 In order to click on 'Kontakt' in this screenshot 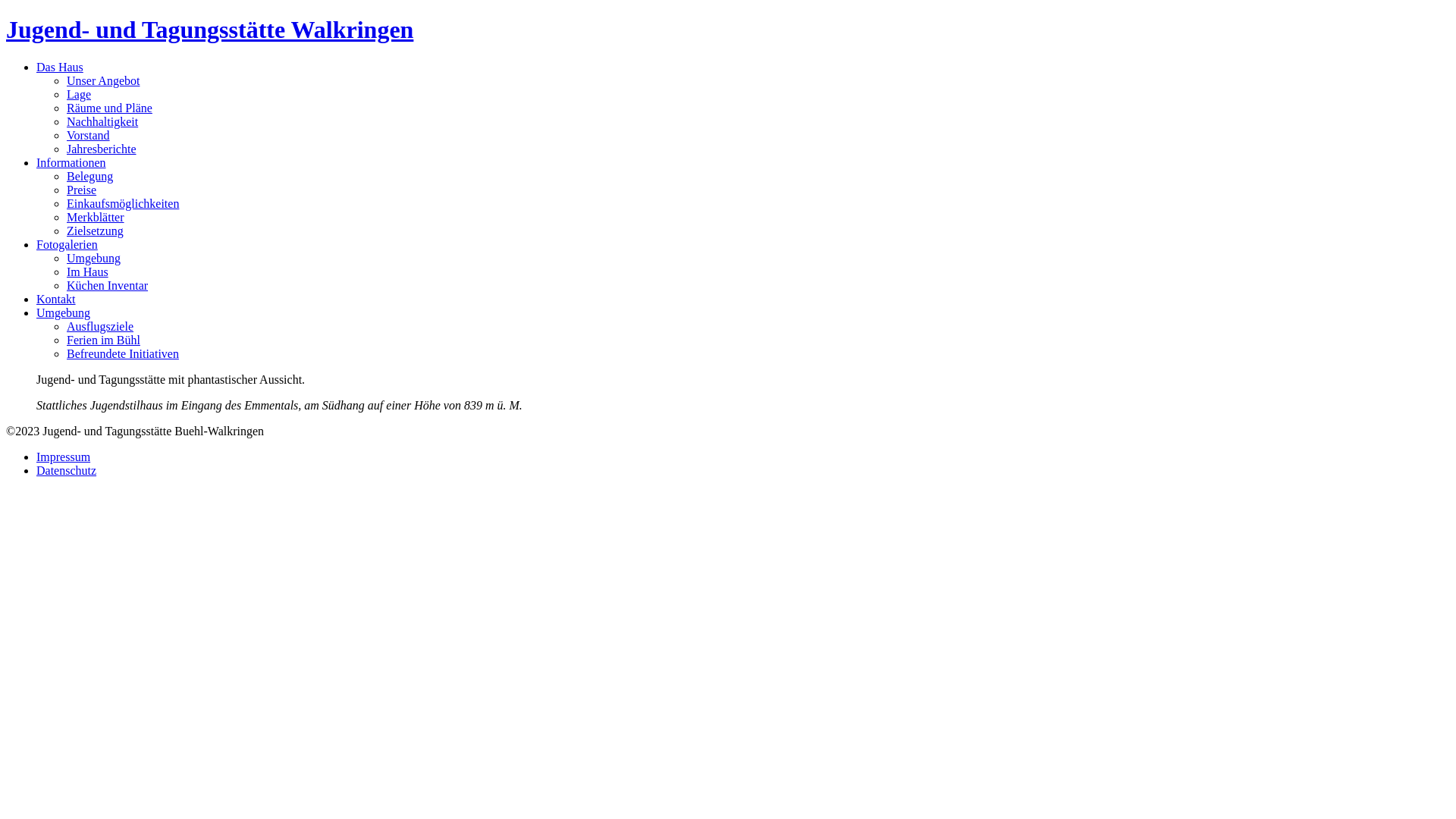, I will do `click(36, 299)`.